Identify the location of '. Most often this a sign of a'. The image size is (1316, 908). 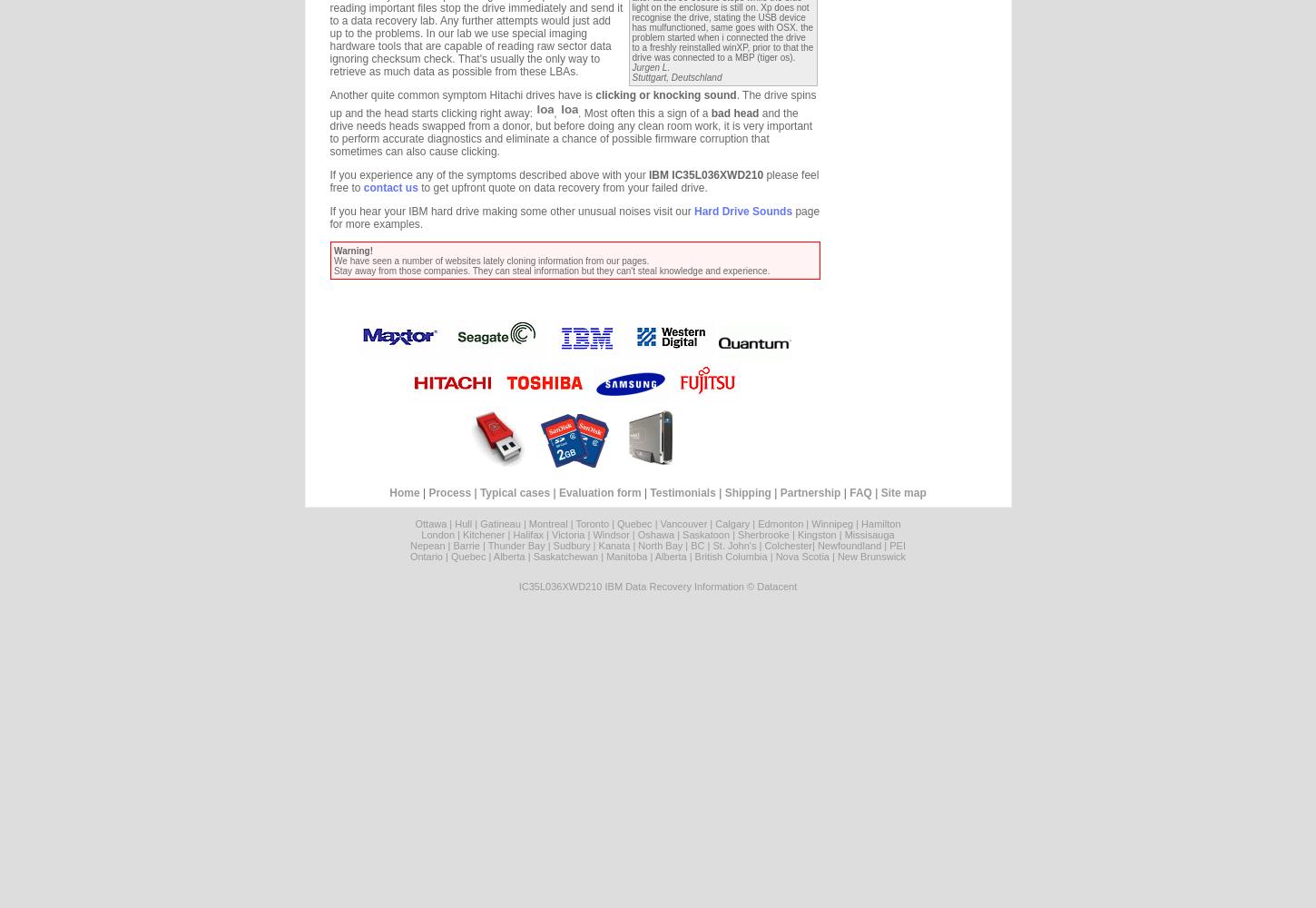
(643, 113).